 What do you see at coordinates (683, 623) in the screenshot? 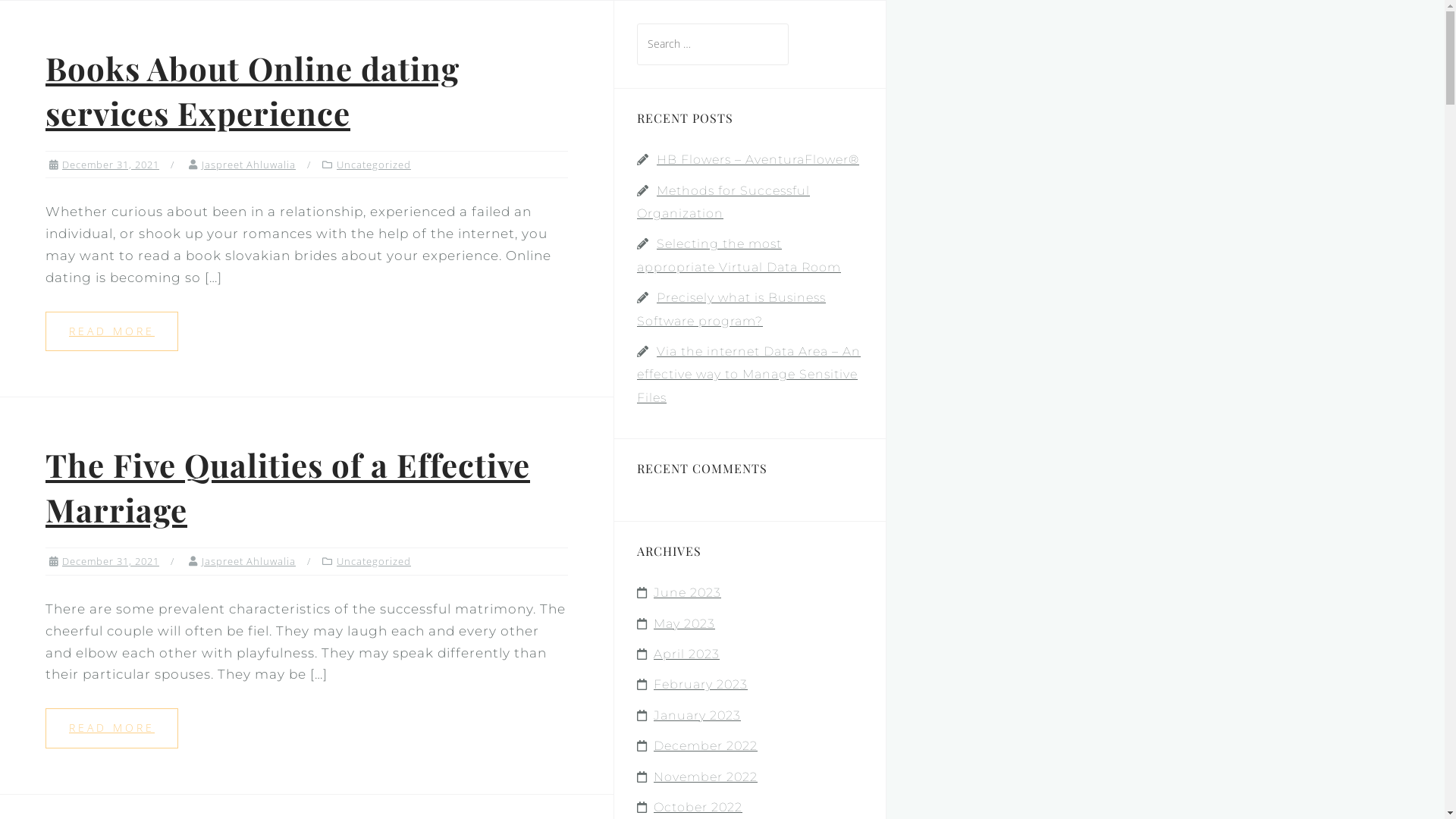
I see `'May 2023'` at bounding box center [683, 623].